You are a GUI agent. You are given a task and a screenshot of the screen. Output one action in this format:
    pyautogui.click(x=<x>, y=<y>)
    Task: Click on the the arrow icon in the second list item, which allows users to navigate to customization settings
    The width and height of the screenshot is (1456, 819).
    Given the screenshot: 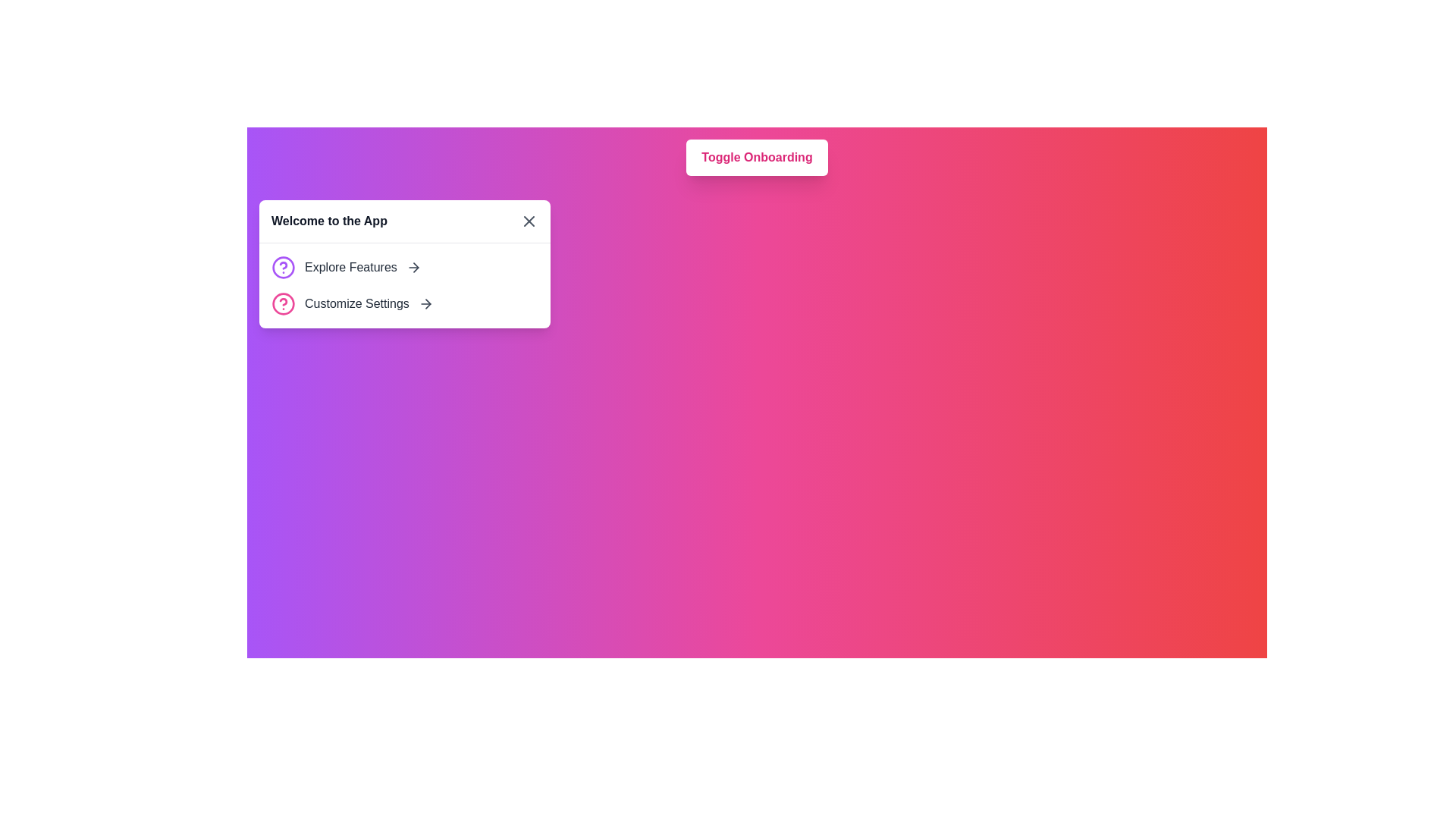 What is the action you would take?
    pyautogui.click(x=404, y=304)
    